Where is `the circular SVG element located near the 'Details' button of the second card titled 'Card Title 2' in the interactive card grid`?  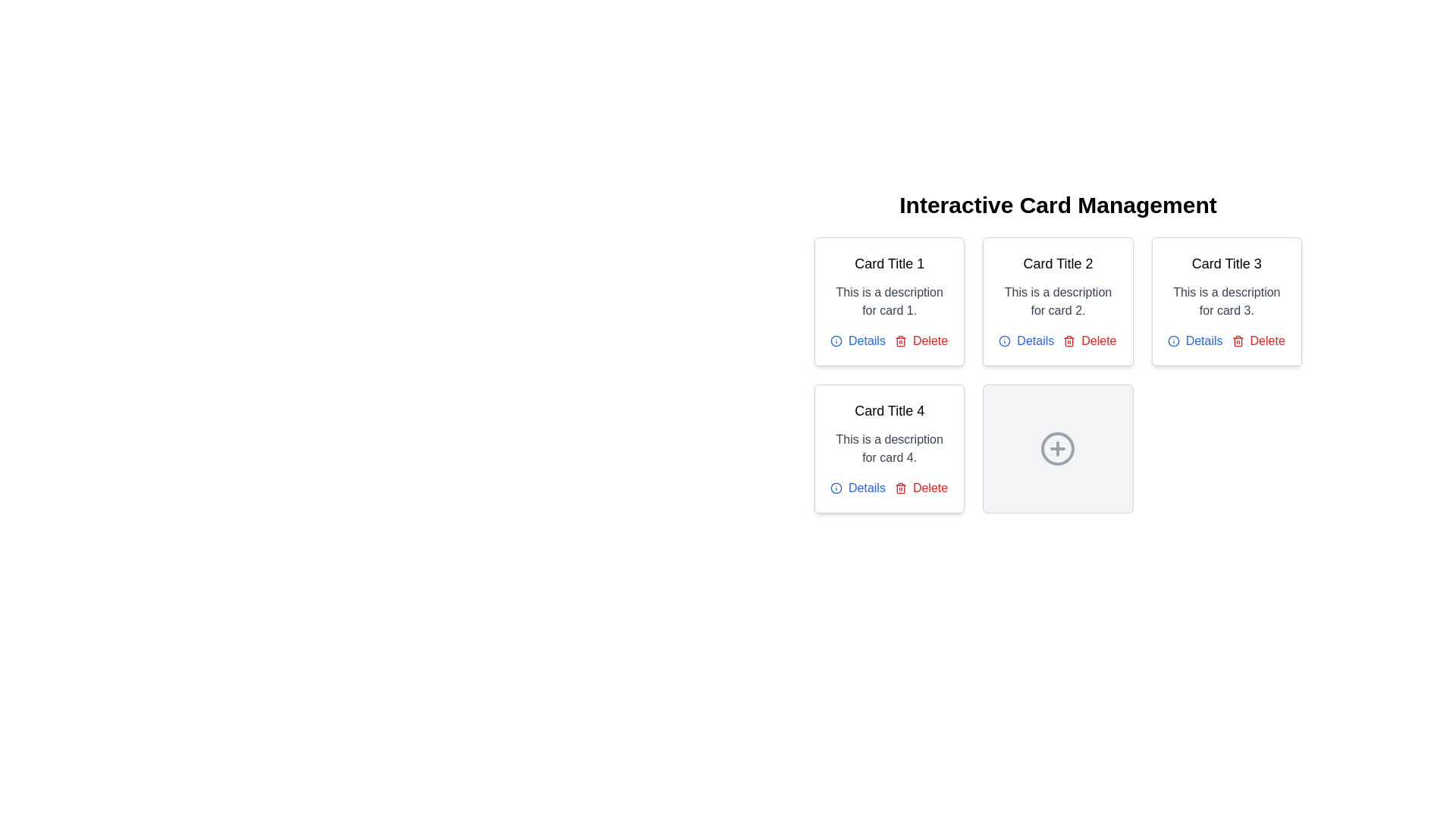 the circular SVG element located near the 'Details' button of the second card titled 'Card Title 2' in the interactive card grid is located at coordinates (1005, 341).